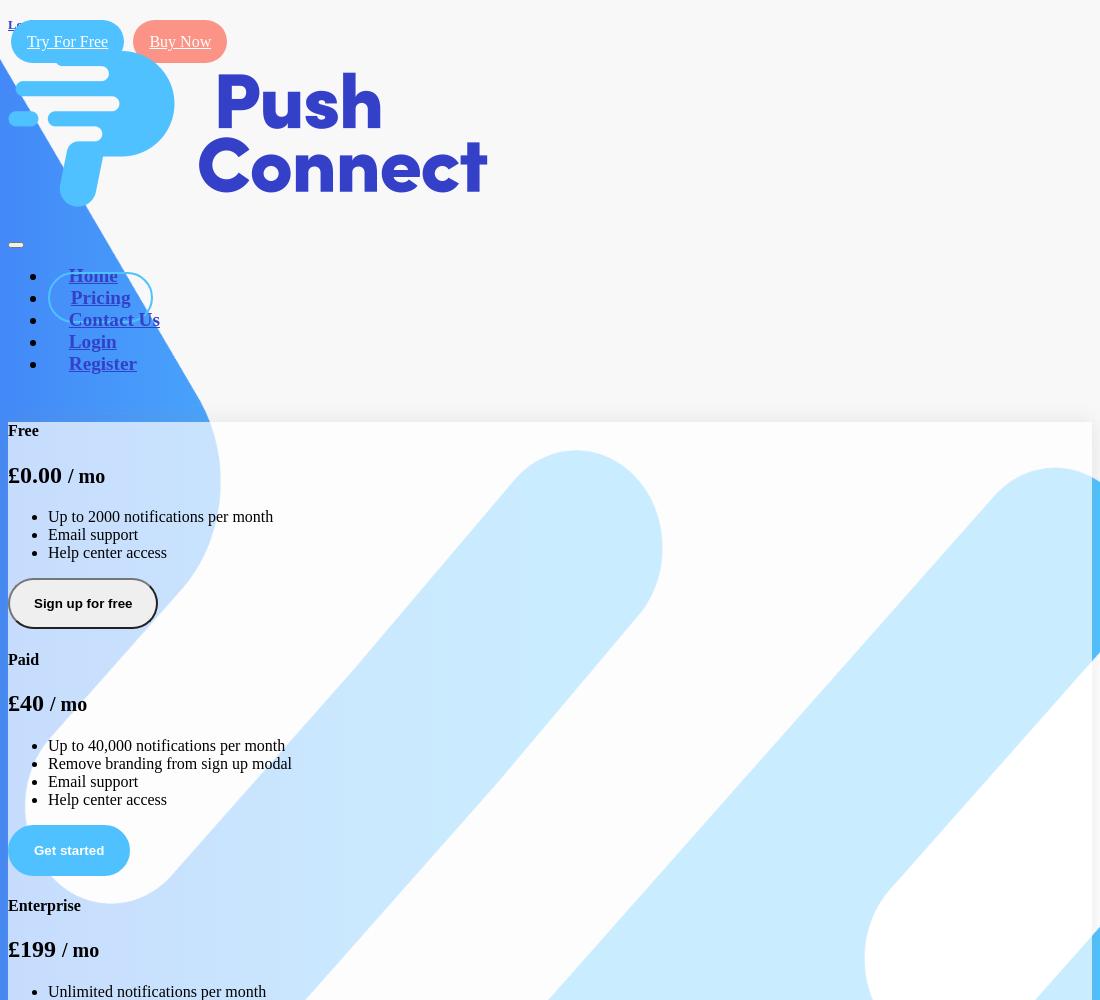 The height and width of the screenshot is (1000, 1100). What do you see at coordinates (178, 41) in the screenshot?
I see `'Buy Now'` at bounding box center [178, 41].